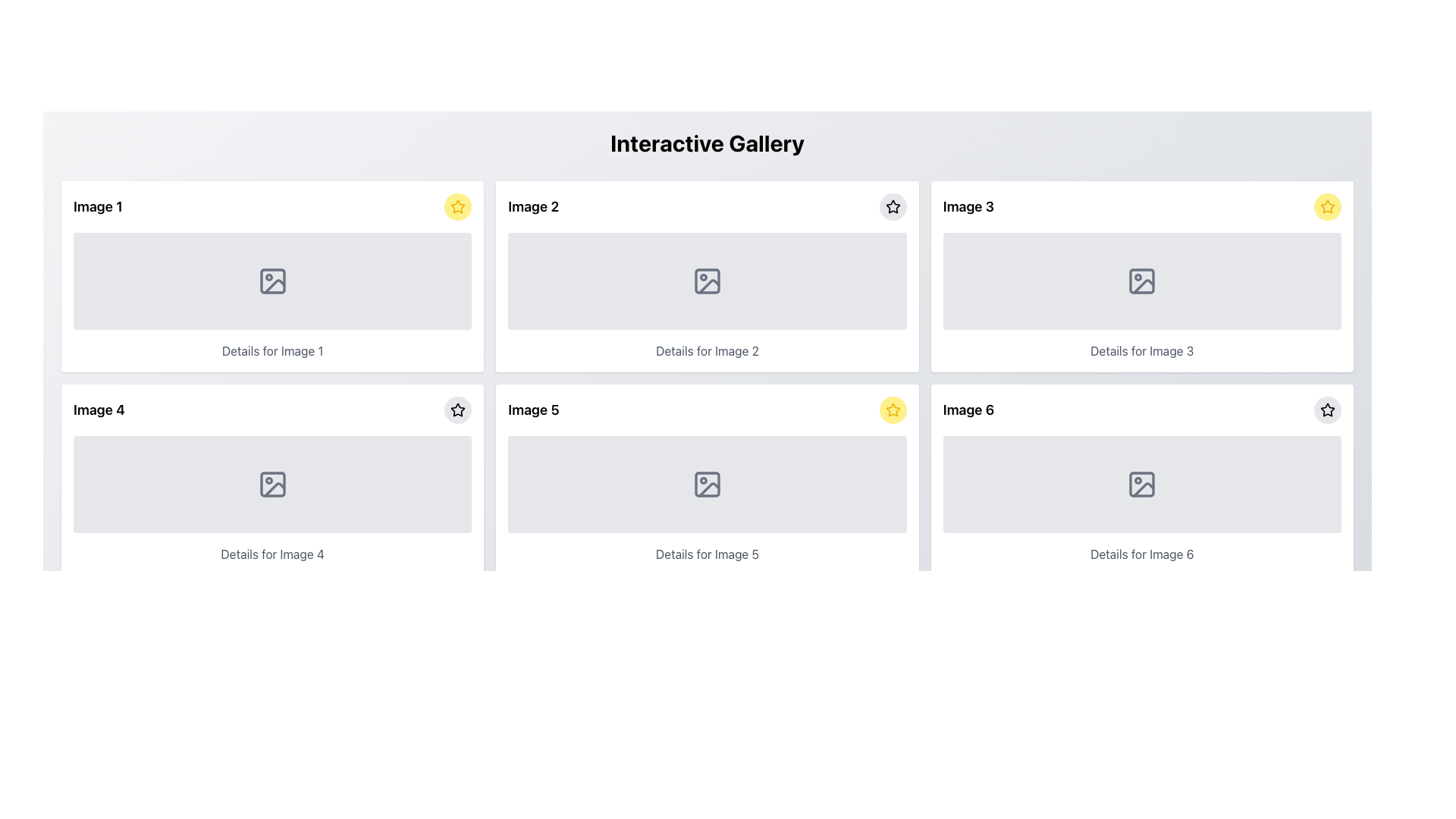  What do you see at coordinates (968, 409) in the screenshot?
I see `the text element labeled 'Image 6'` at bounding box center [968, 409].